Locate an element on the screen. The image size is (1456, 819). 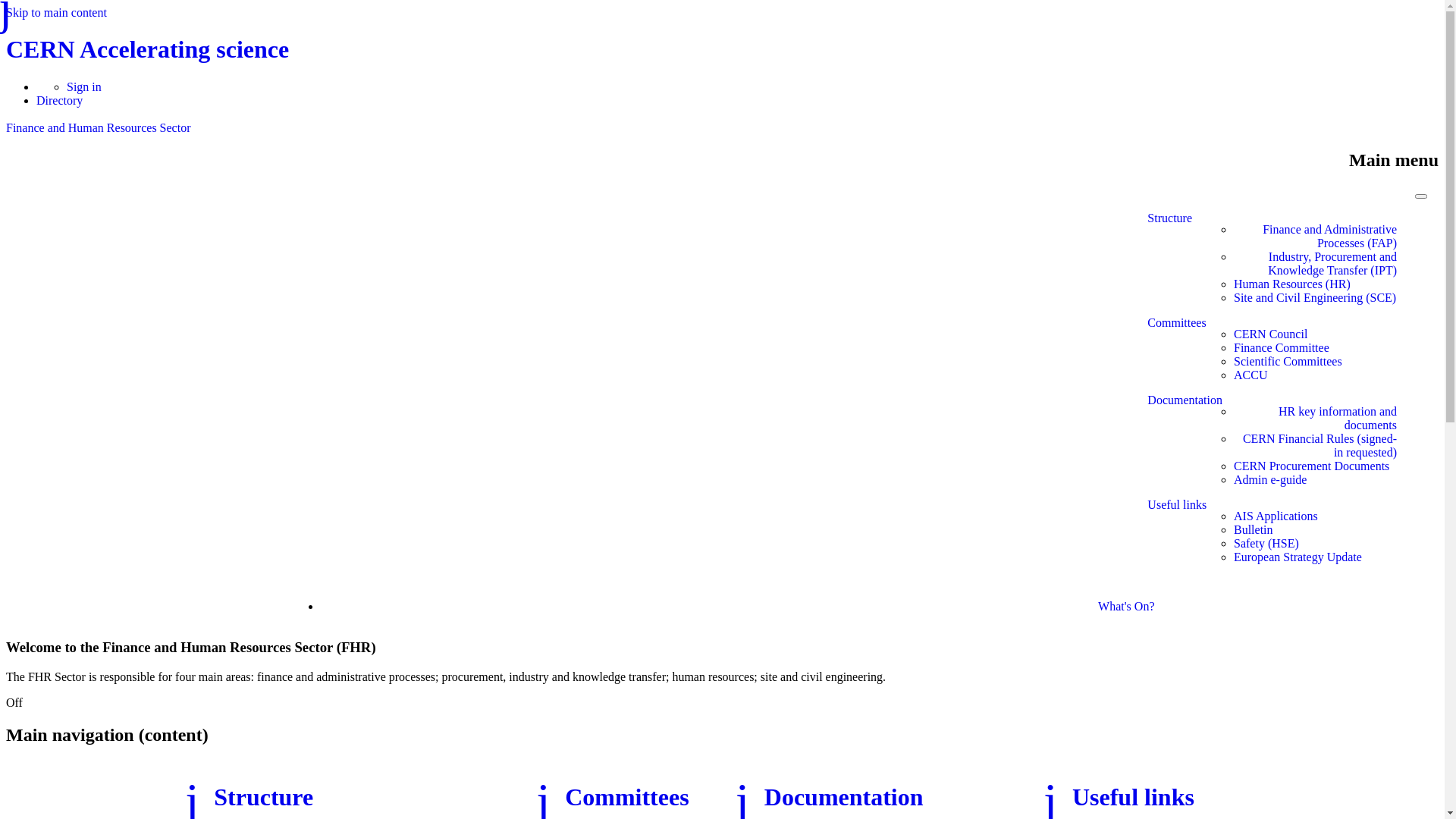
'Finance and Human Resources Sector' is located at coordinates (6, 127).